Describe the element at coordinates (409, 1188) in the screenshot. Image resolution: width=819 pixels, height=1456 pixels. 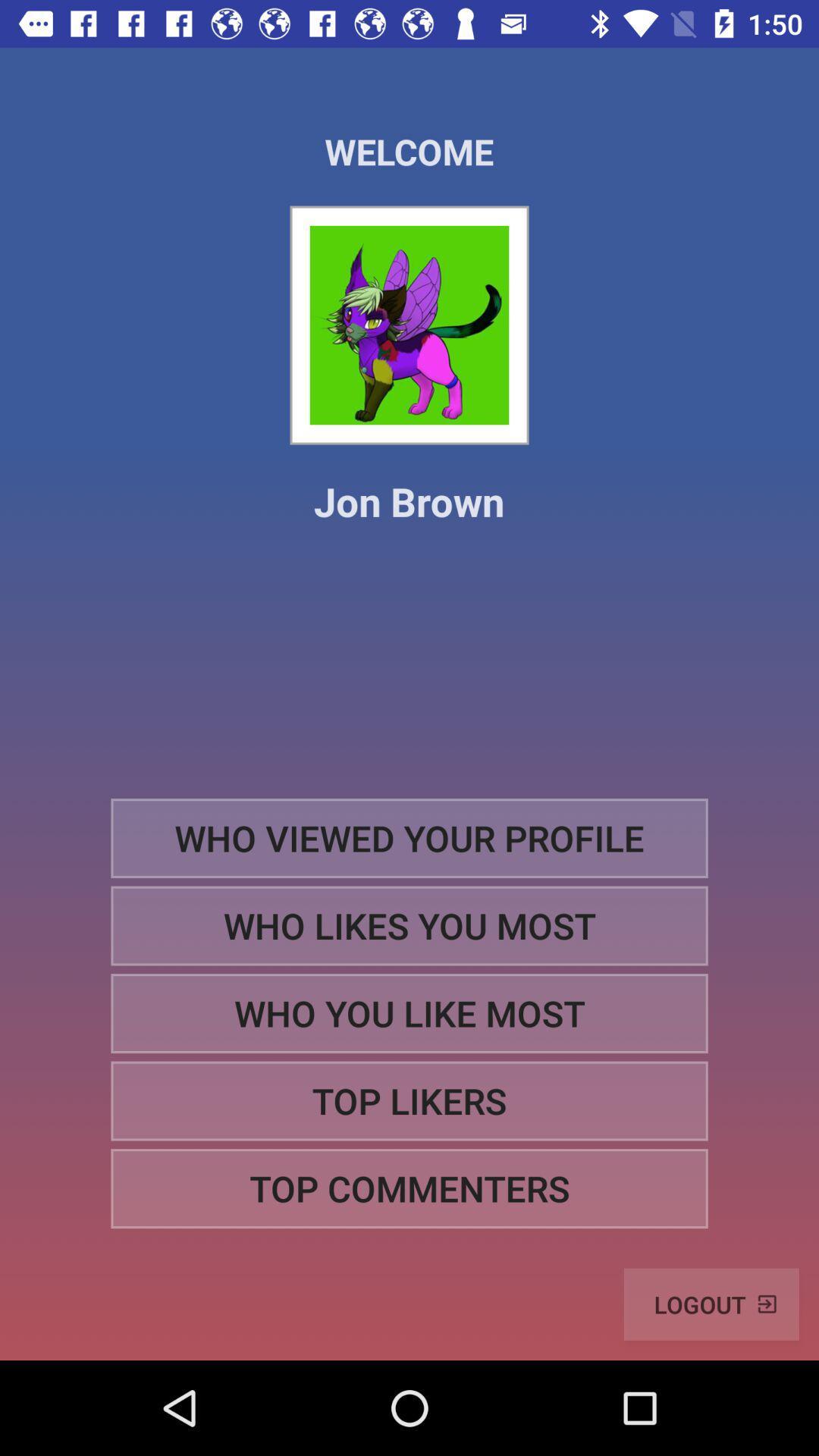
I see `the item below the top likers` at that location.